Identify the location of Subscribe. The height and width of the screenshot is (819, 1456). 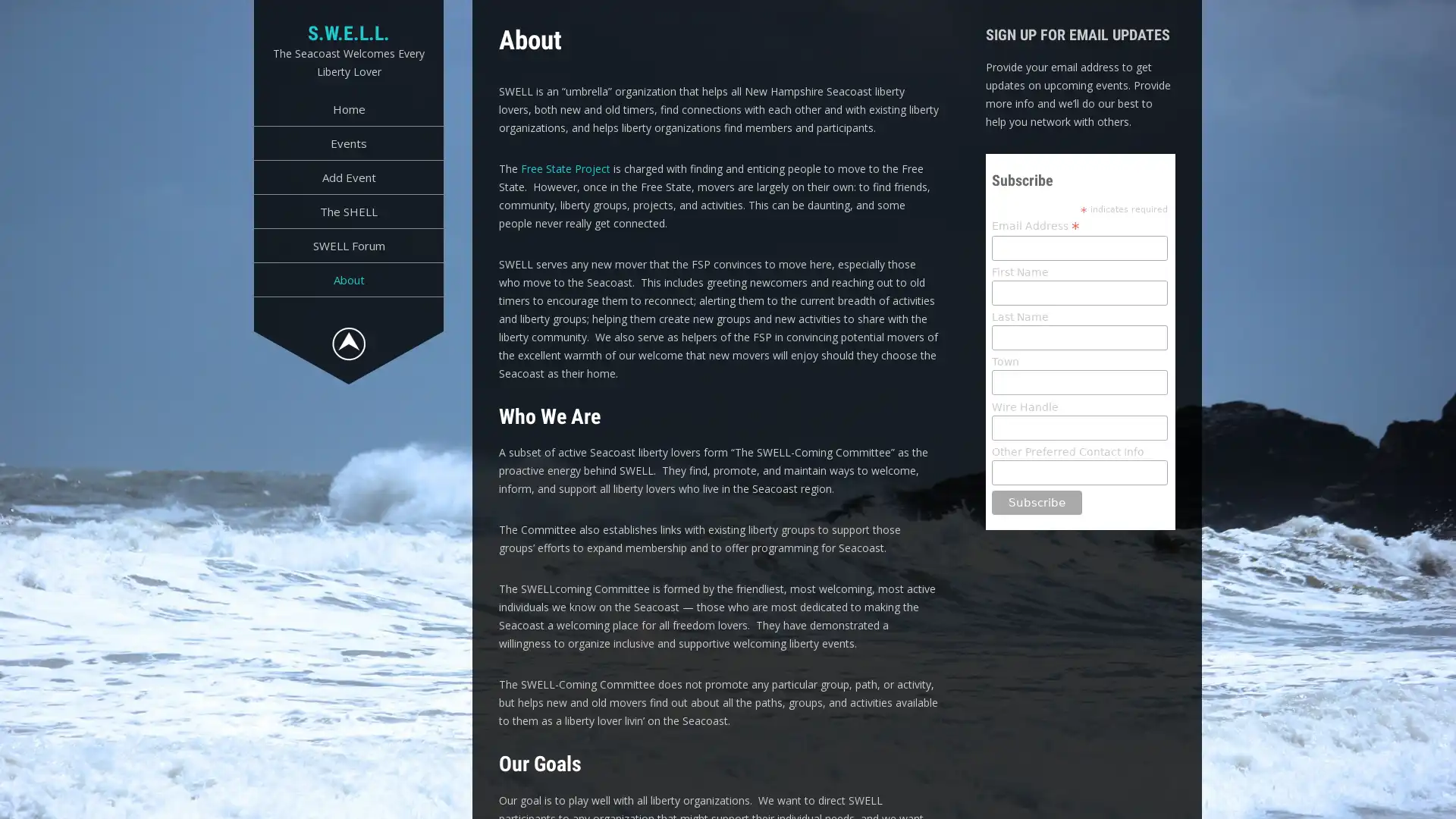
(1035, 503).